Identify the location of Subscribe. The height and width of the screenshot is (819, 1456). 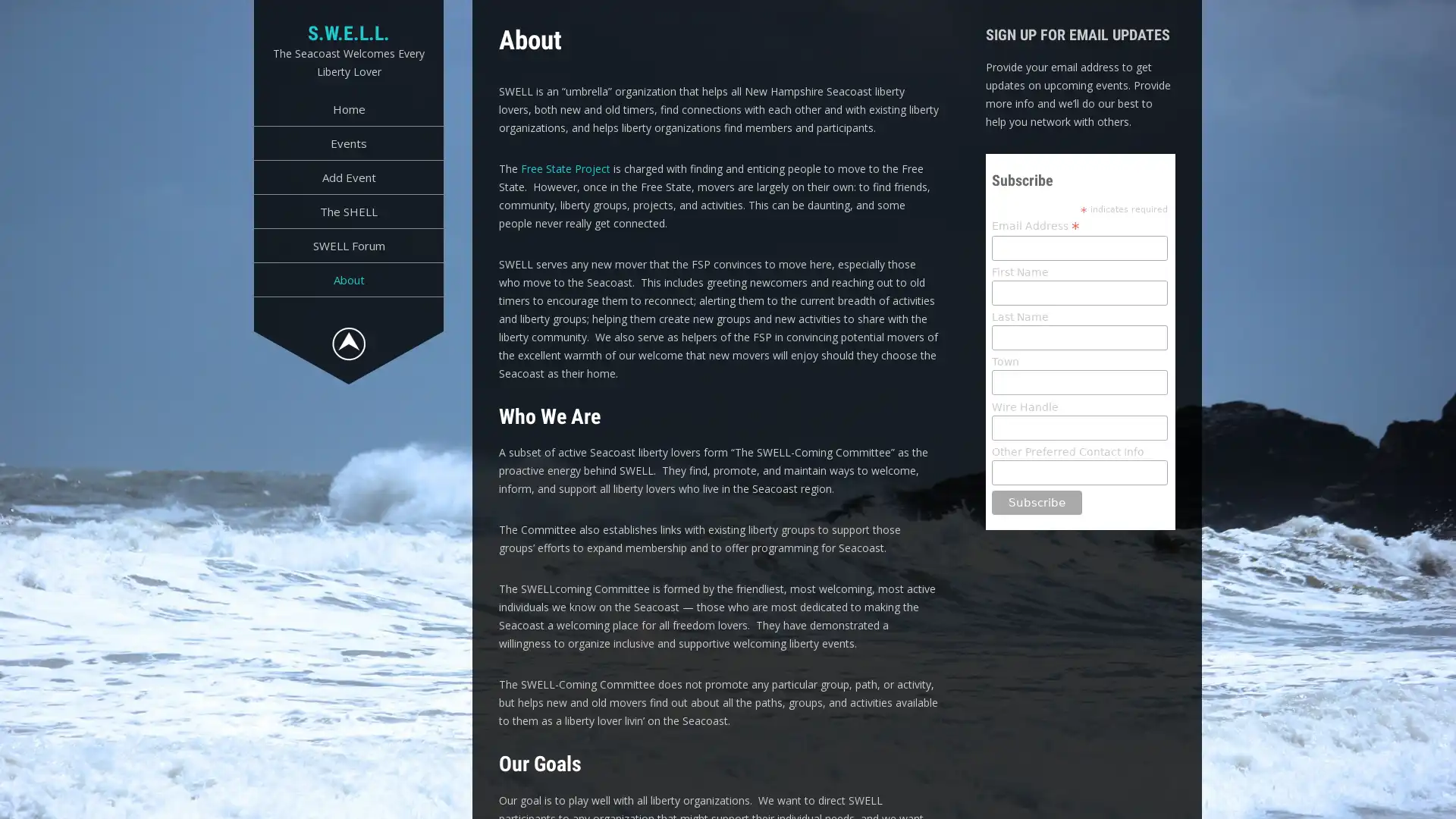
(1035, 503).